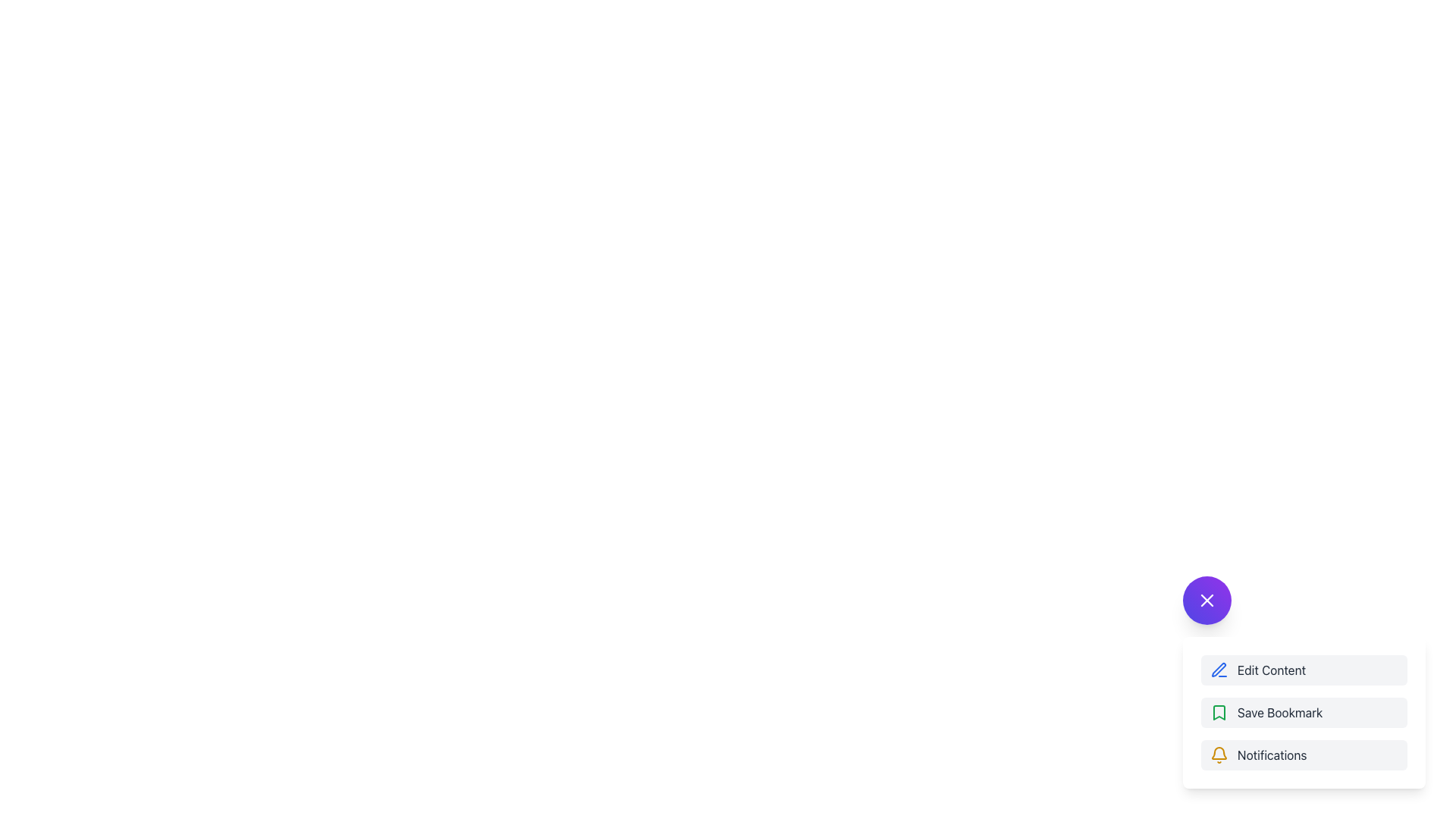 The height and width of the screenshot is (819, 1456). What do you see at coordinates (1272, 669) in the screenshot?
I see `text content of the 'Edit Content' label, which is displayed in dark gray on a light gray background and is part of a button in the menu located towards the bottom-right corner of the application` at bounding box center [1272, 669].